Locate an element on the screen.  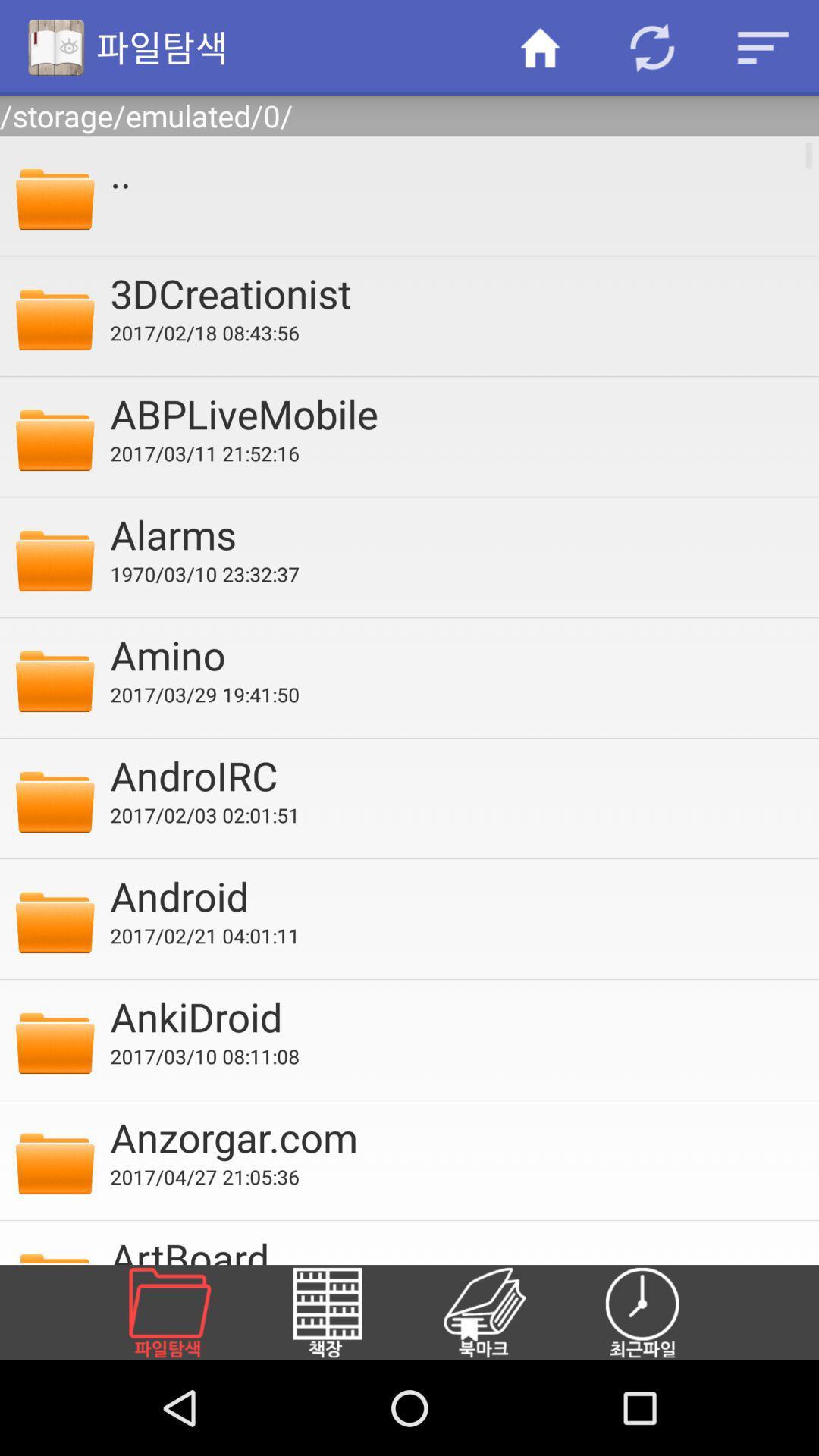
bookmarks is located at coordinates (503, 1312).